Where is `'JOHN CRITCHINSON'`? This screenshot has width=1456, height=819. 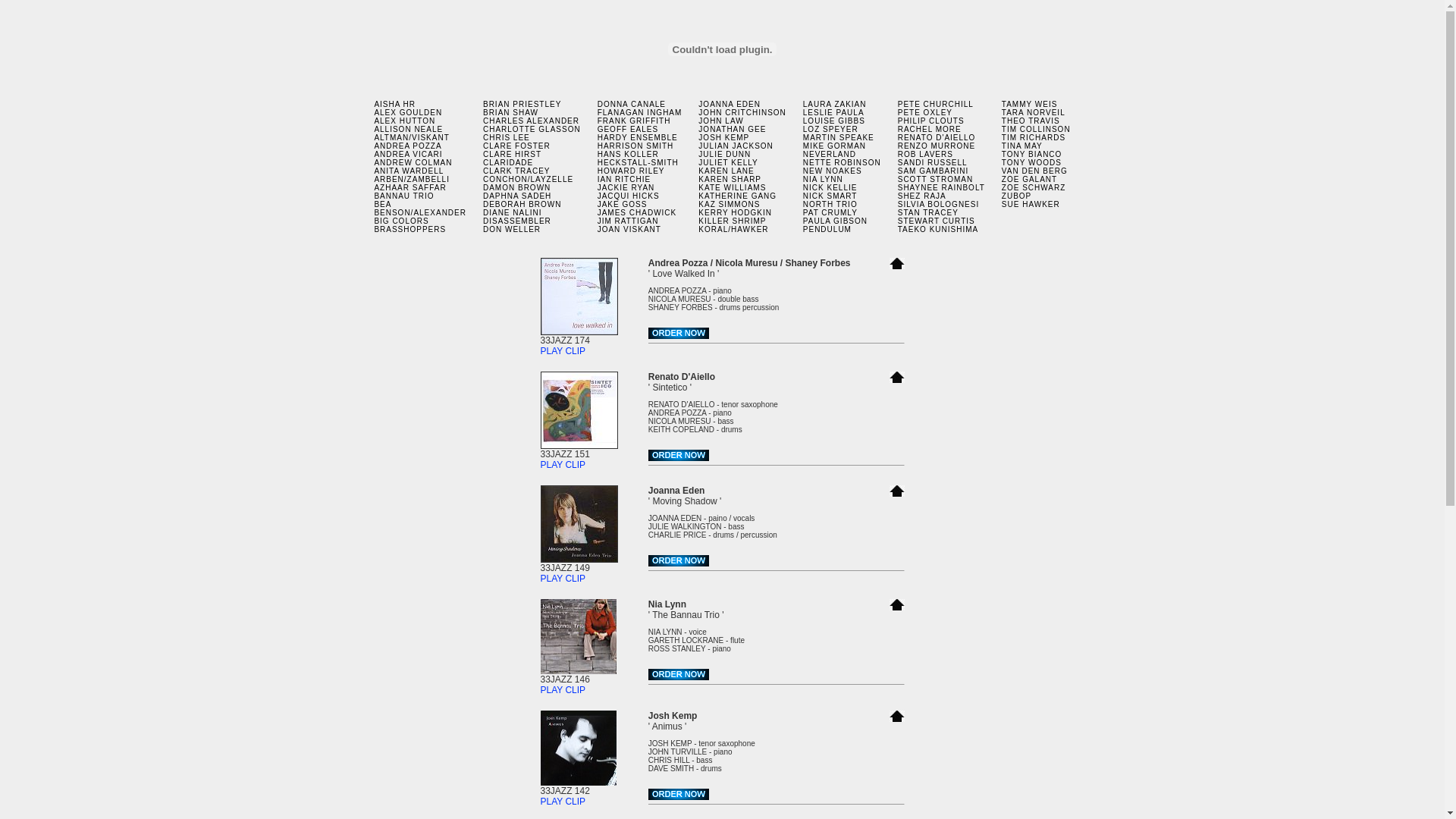
'JOHN CRITCHINSON' is located at coordinates (742, 111).